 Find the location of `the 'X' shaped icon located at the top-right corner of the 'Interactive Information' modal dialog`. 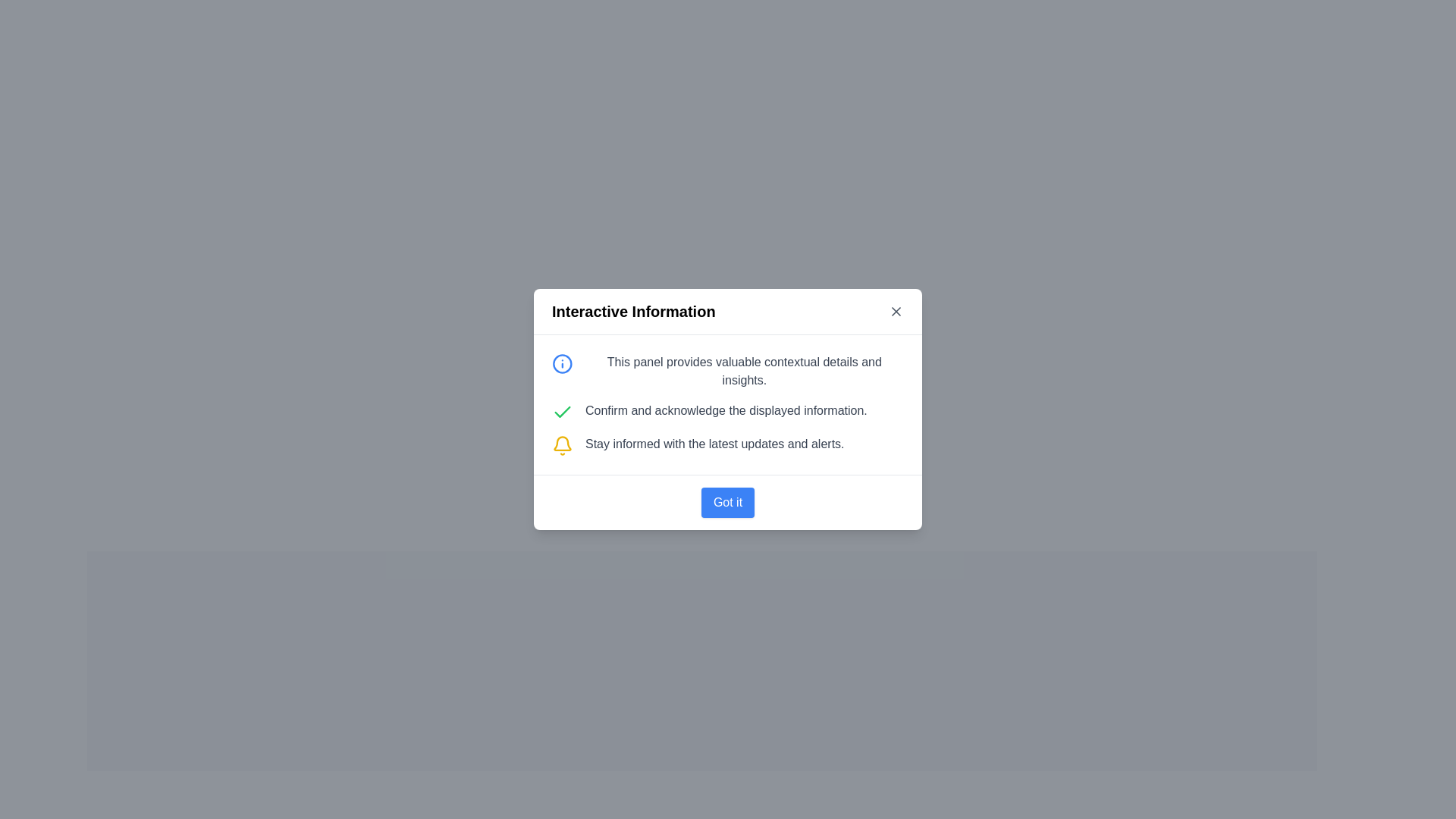

the 'X' shaped icon located at the top-right corner of the 'Interactive Information' modal dialog is located at coordinates (896, 311).